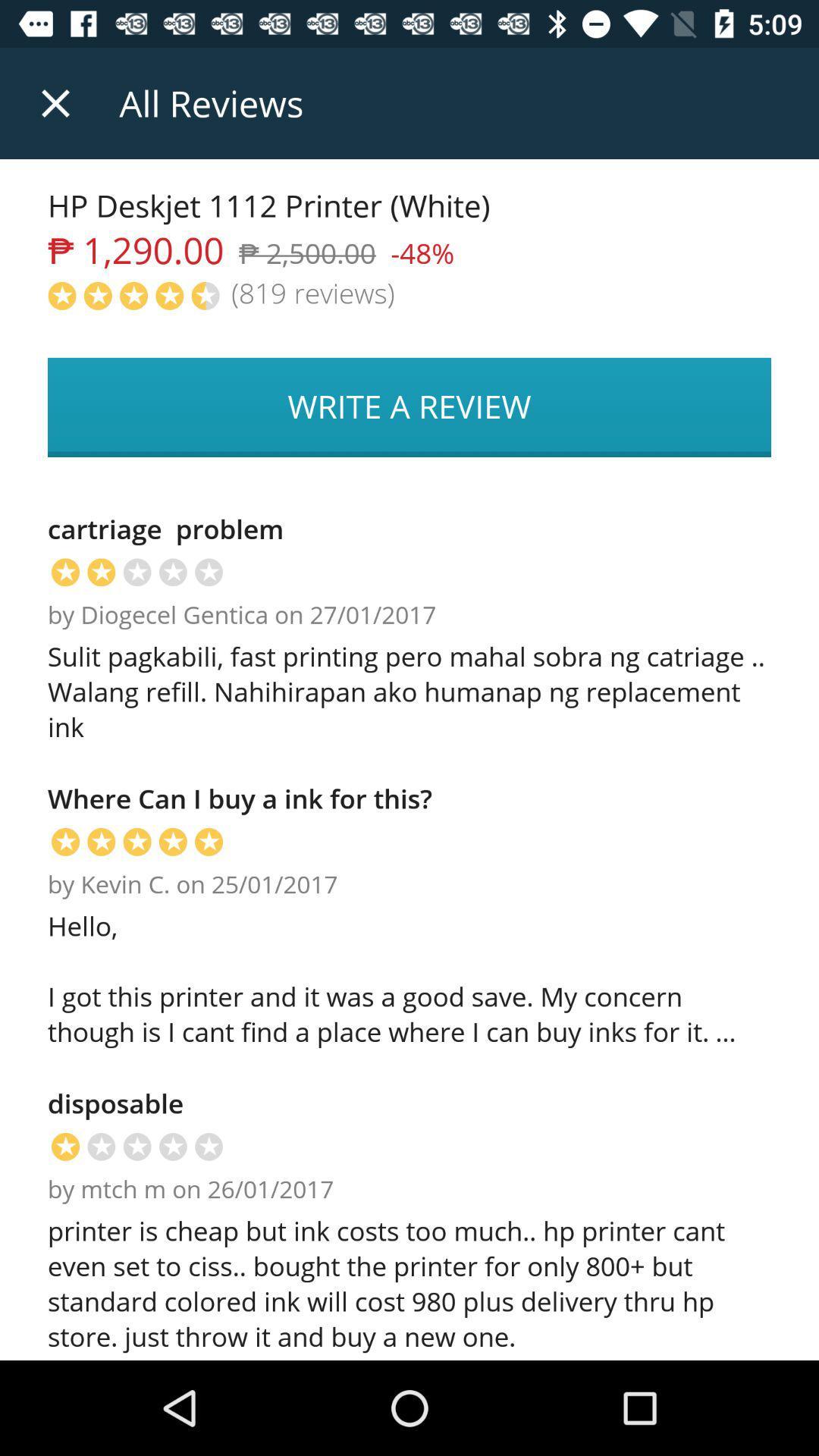 The height and width of the screenshot is (1456, 819). I want to click on the write a review icon, so click(409, 407).